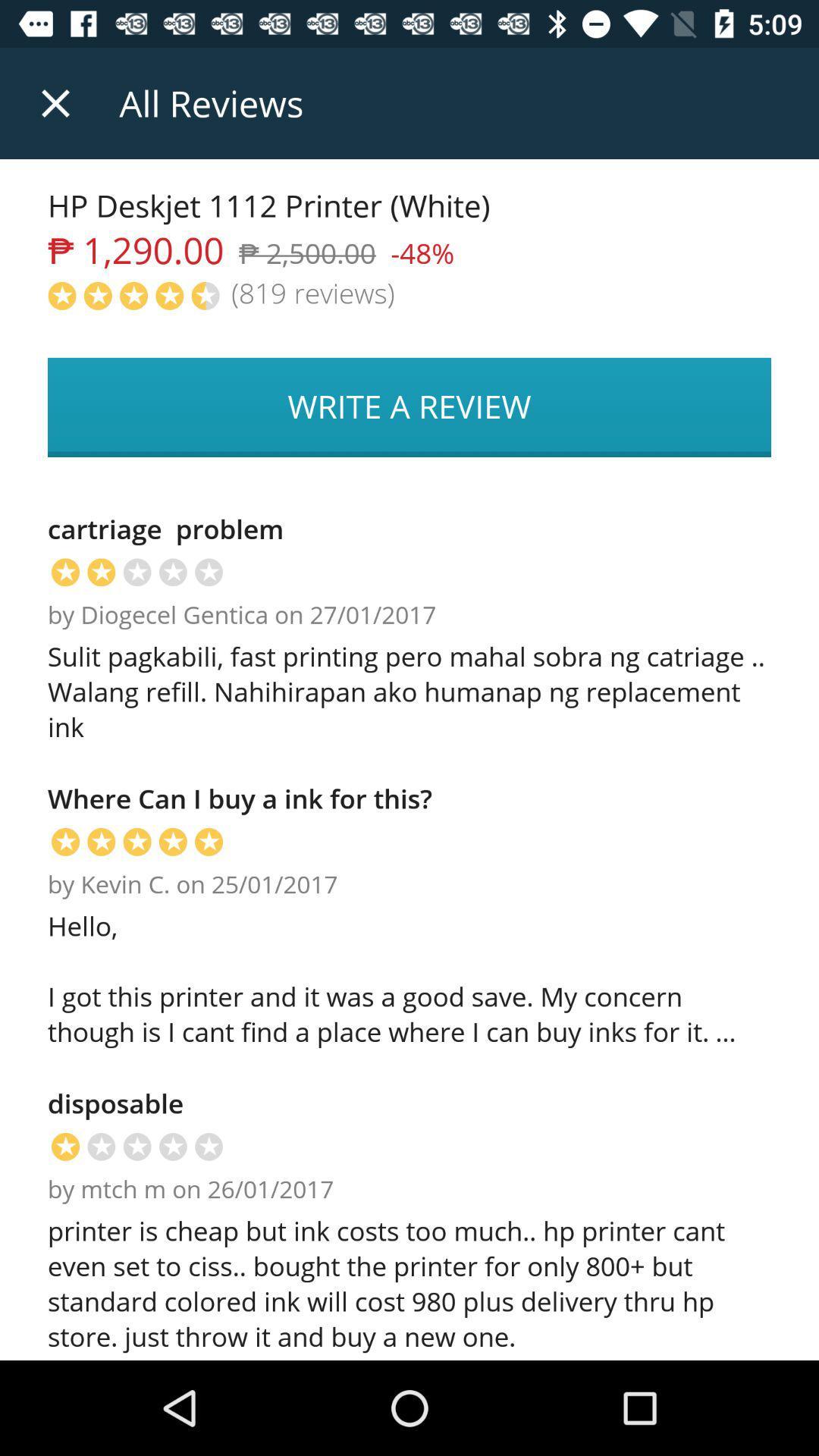 The height and width of the screenshot is (1456, 819). I want to click on the write a review icon, so click(409, 407).